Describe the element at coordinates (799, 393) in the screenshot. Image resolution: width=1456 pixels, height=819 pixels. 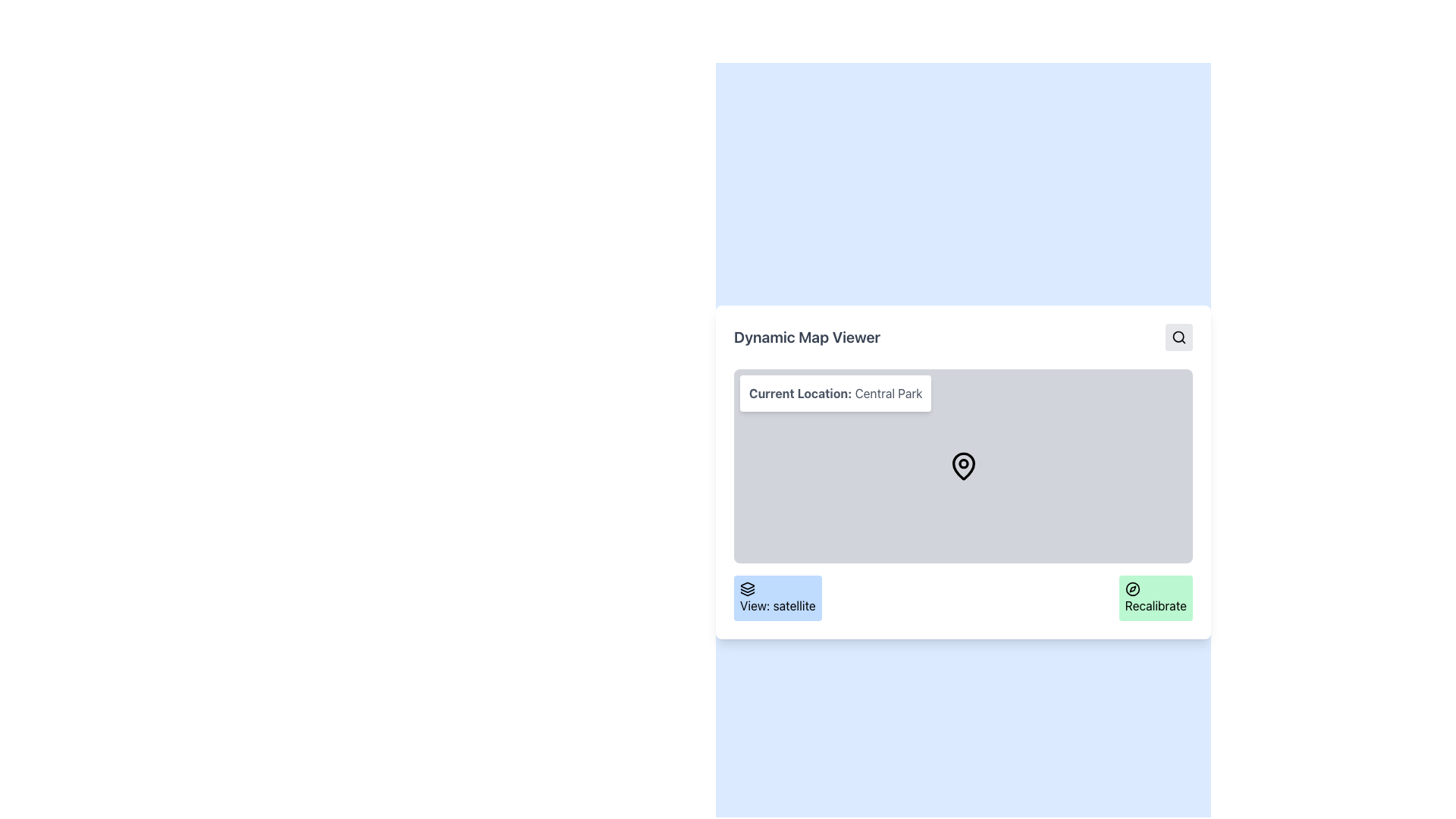
I see `the static text label that denotes the context of the current location information, positioned to the left of 'Central Park' in the top-left of the map viewer interface` at that location.